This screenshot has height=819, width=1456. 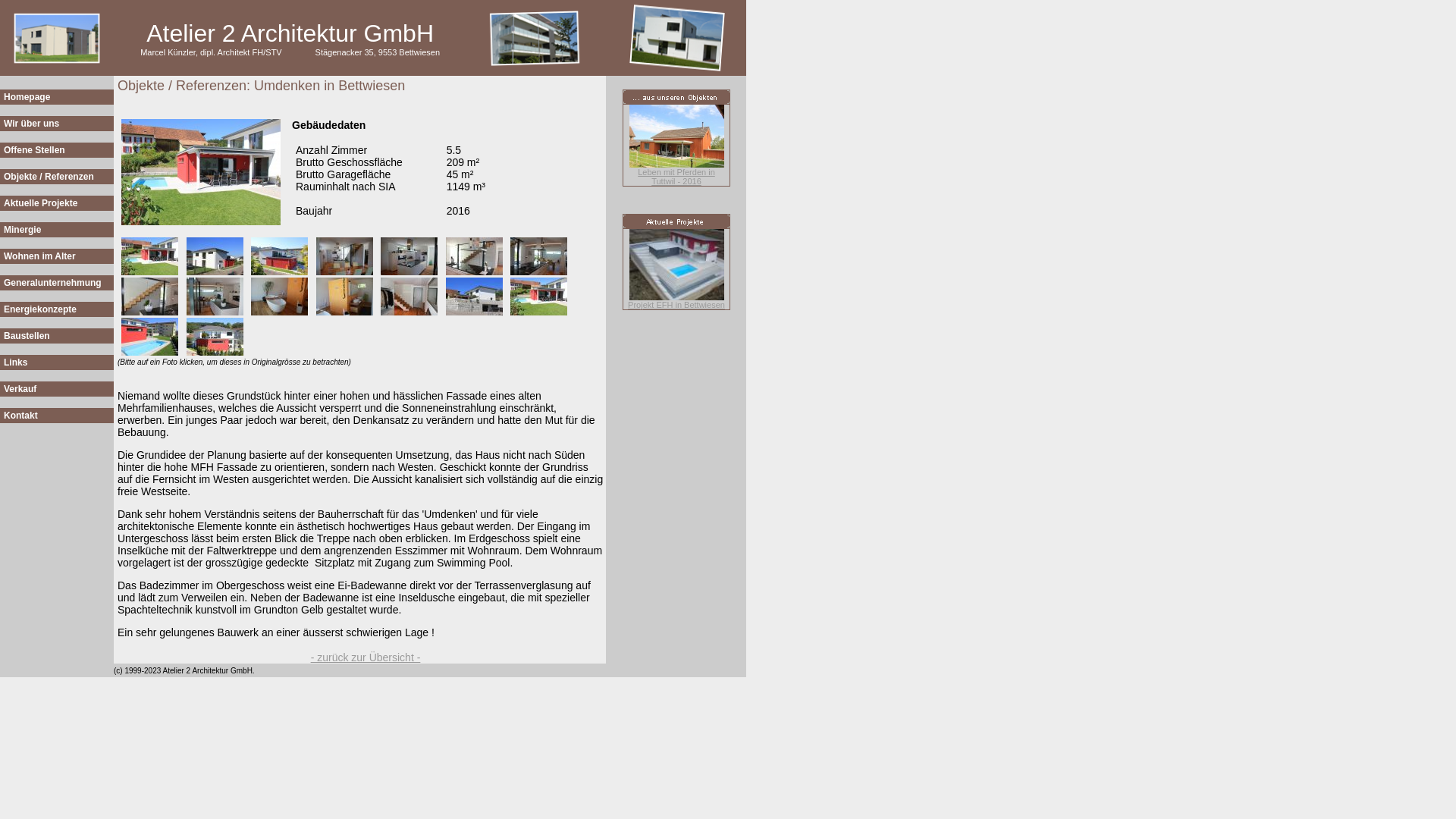 What do you see at coordinates (34, 149) in the screenshot?
I see `'Offene Stellen'` at bounding box center [34, 149].